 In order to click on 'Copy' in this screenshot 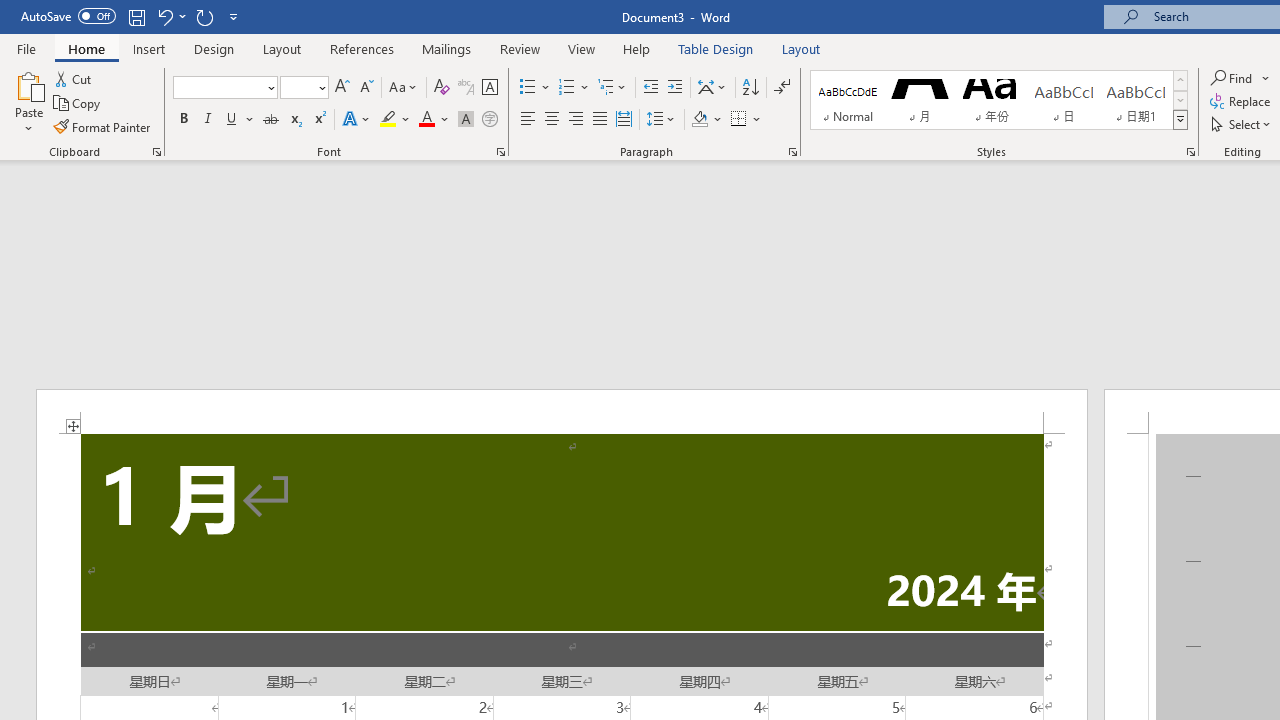, I will do `click(78, 103)`.